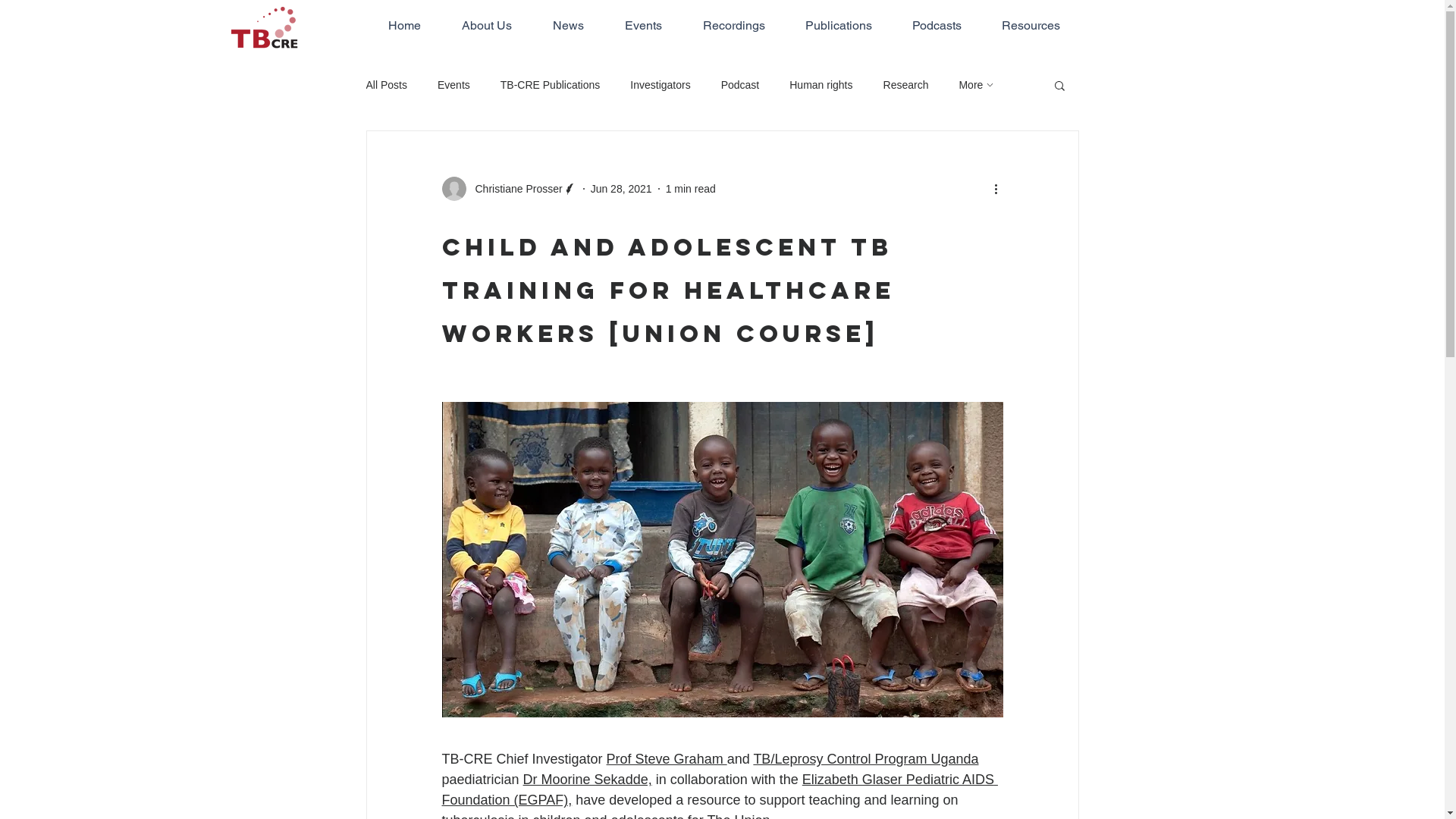 This screenshot has width=1456, height=819. What do you see at coordinates (385, 84) in the screenshot?
I see `'All Posts'` at bounding box center [385, 84].